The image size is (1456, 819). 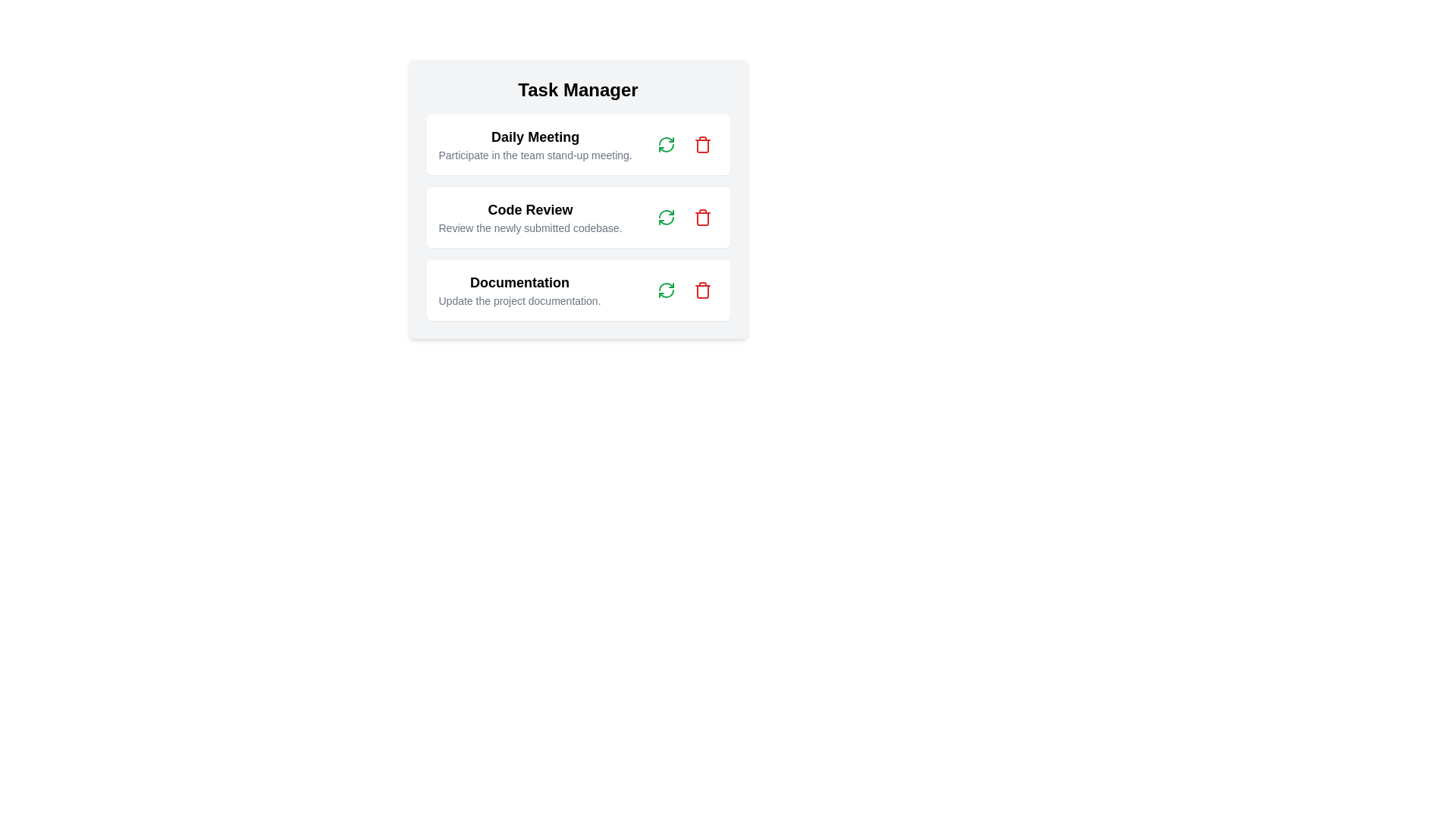 What do you see at coordinates (666, 290) in the screenshot?
I see `the circular green button with a clockwise refresh icon located near the 'Documentation' label to refresh the documentation task` at bounding box center [666, 290].